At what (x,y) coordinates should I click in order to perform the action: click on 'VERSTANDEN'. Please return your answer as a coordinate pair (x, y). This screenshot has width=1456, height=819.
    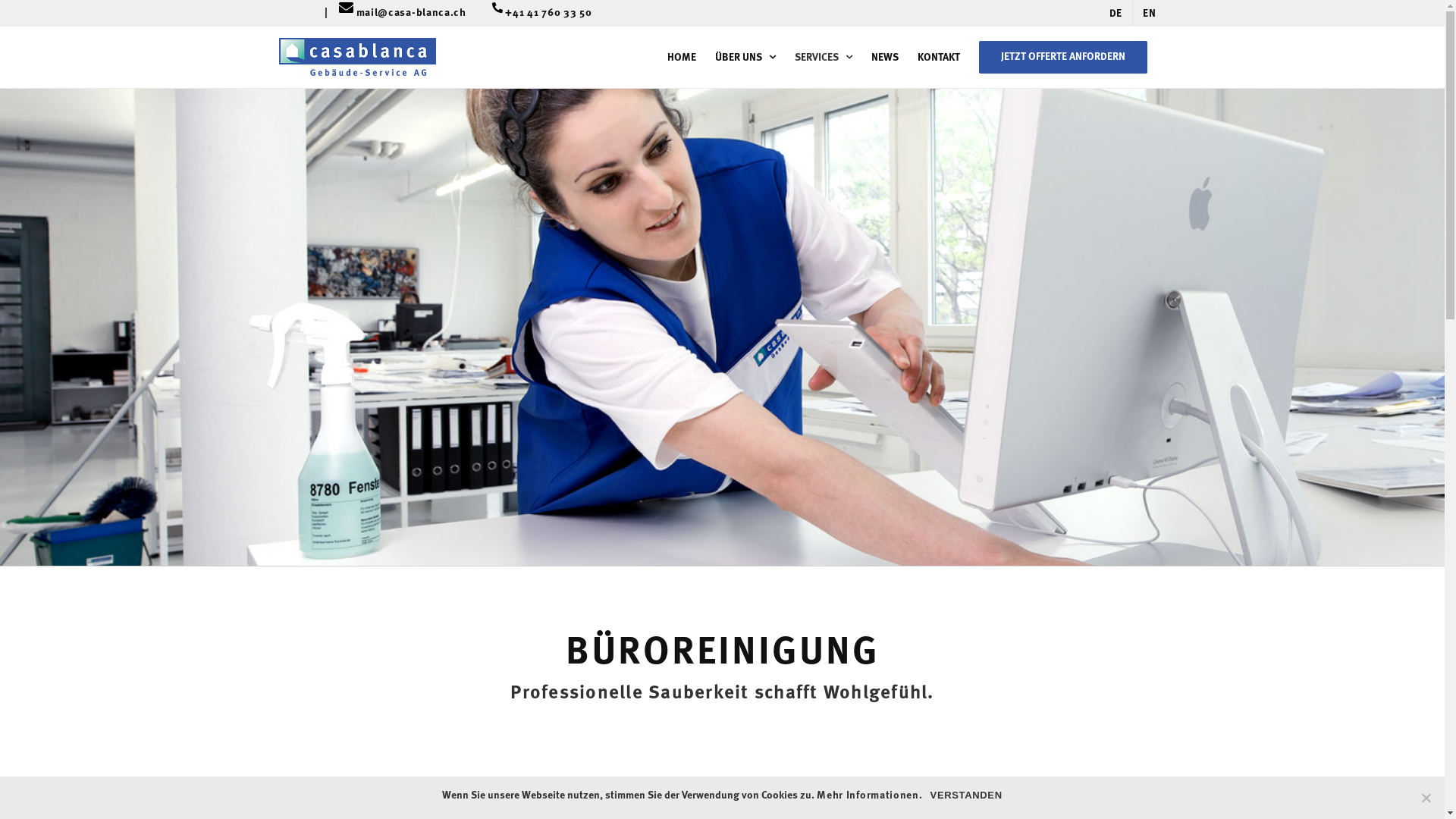
    Looking at the image, I should click on (965, 795).